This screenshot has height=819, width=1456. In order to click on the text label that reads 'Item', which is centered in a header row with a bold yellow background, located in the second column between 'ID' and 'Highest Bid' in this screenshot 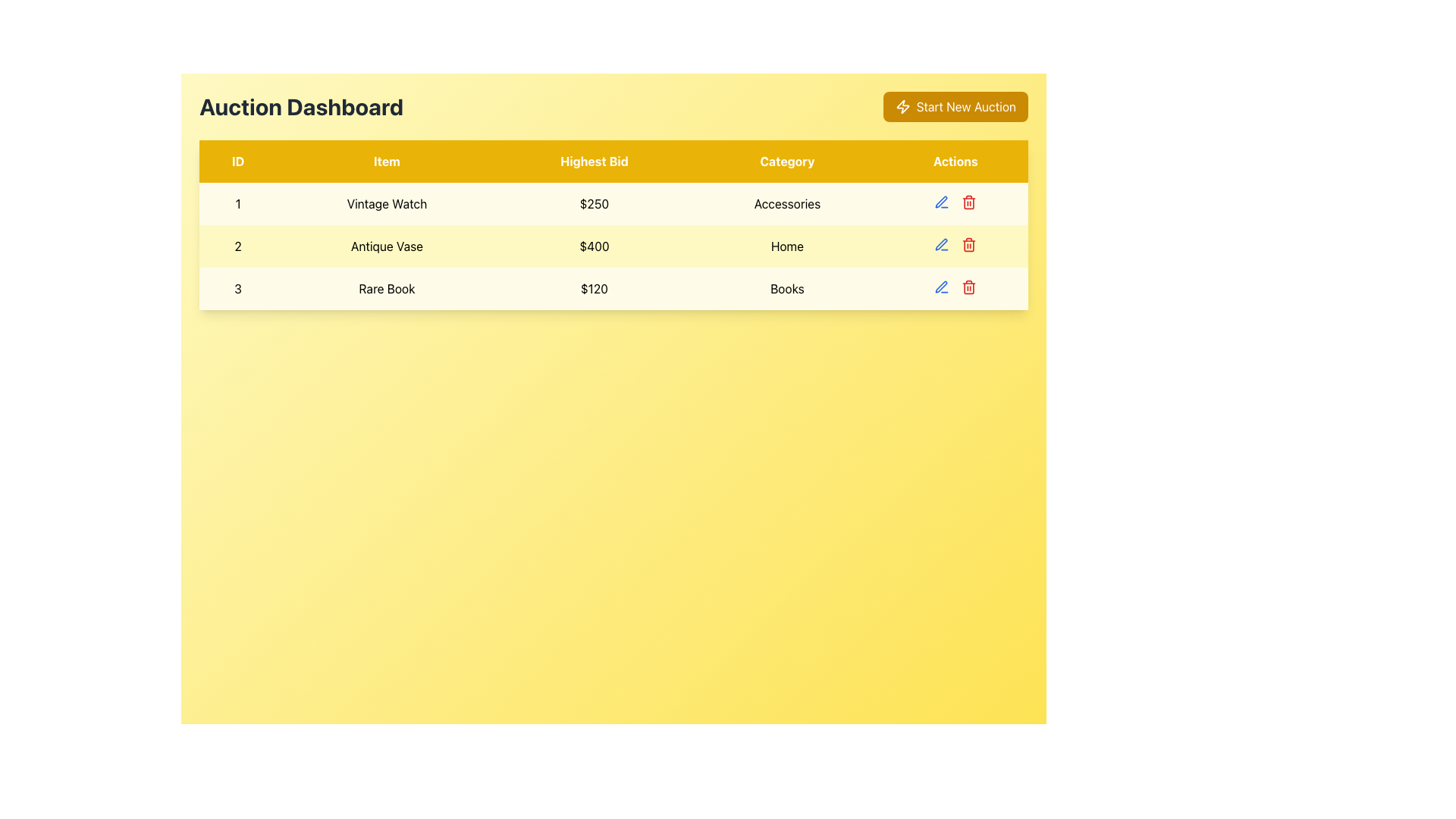, I will do `click(387, 161)`.